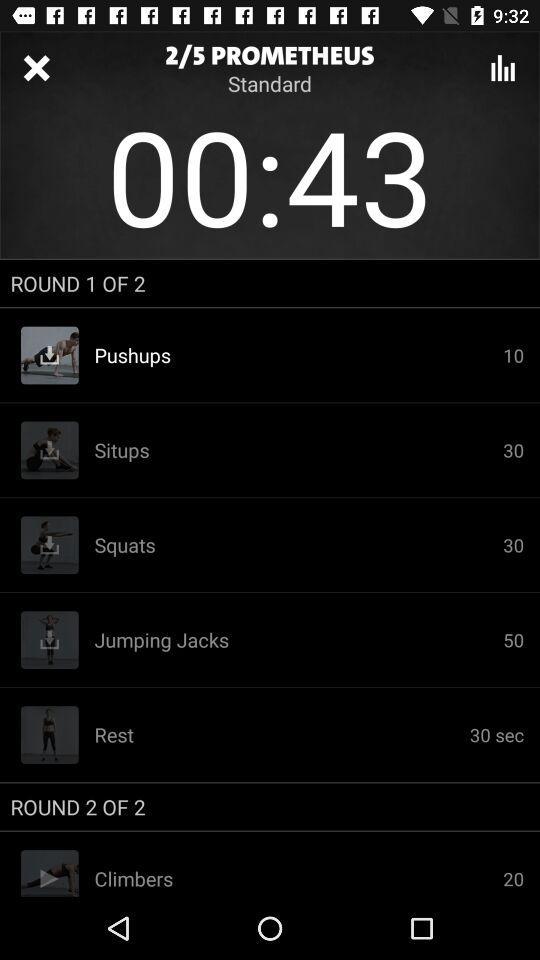 The image size is (540, 960). I want to click on show a graphic about lose weight, so click(502, 68).